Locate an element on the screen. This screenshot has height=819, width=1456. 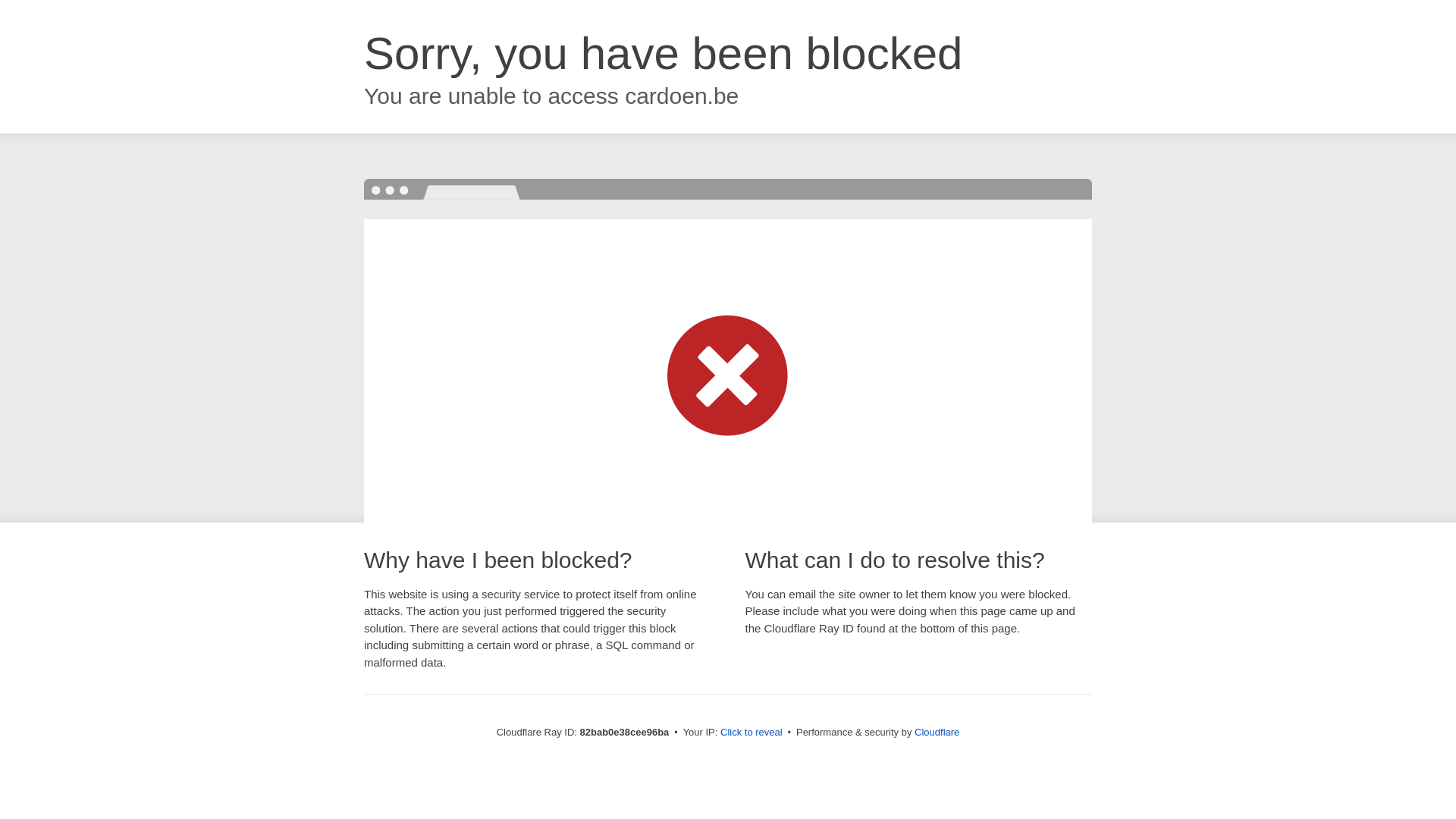
'Click to reveal' is located at coordinates (751, 731).